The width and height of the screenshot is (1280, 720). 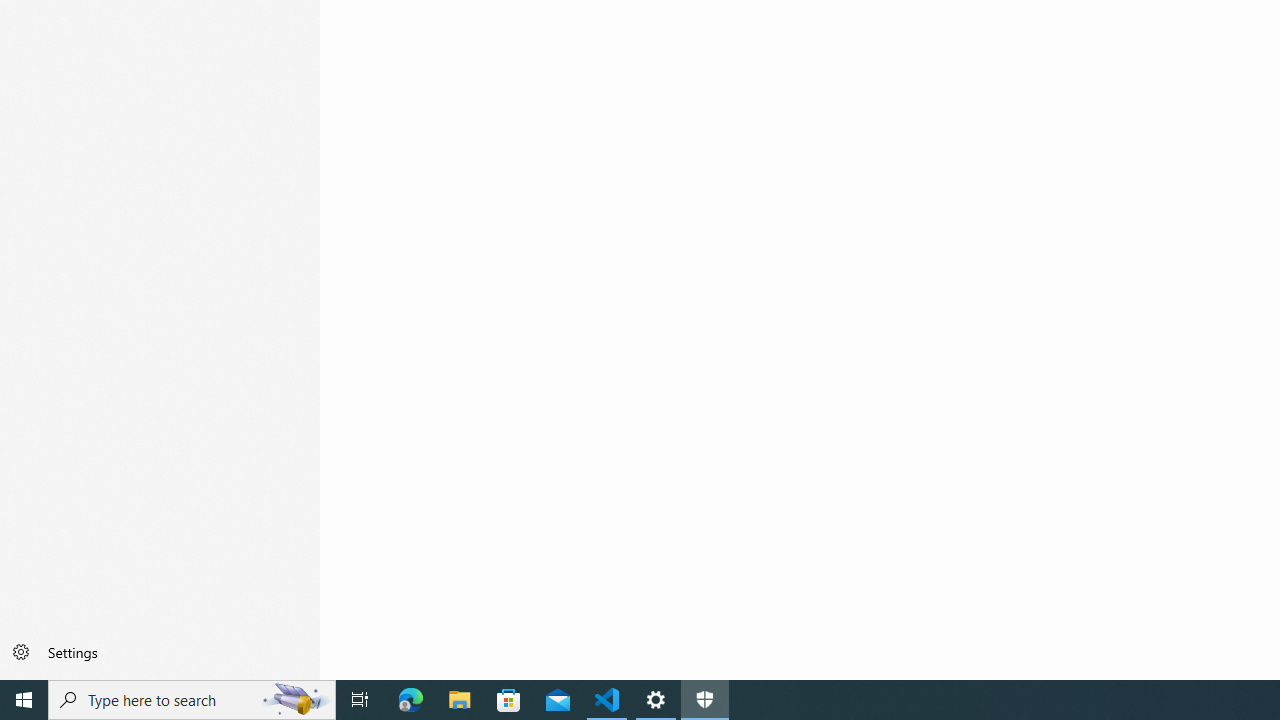 What do you see at coordinates (656, 698) in the screenshot?
I see `'Settings - 1 running window'` at bounding box center [656, 698].